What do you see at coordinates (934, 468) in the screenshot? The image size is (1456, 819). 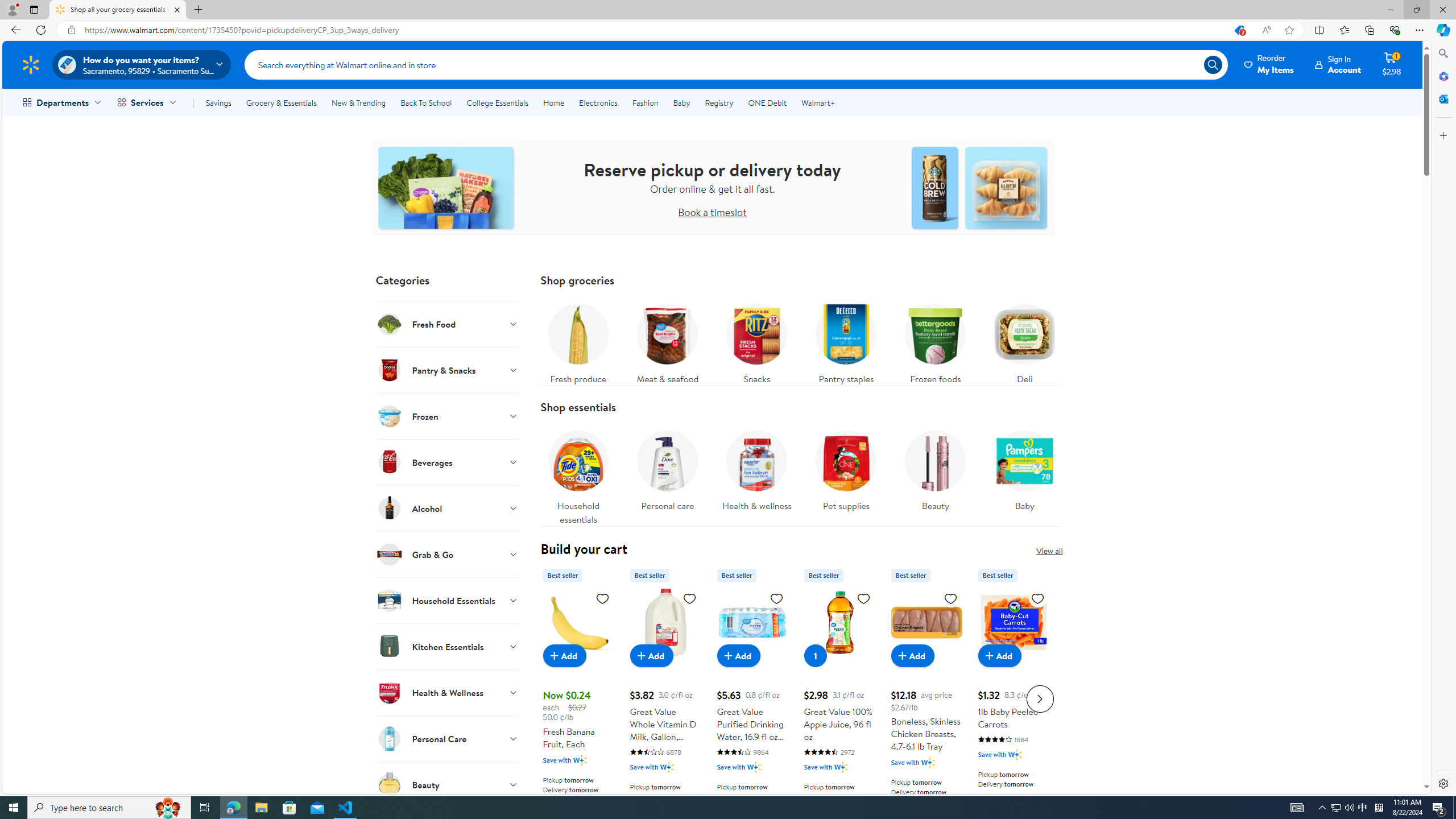 I see `'Beauty'` at bounding box center [934, 468].